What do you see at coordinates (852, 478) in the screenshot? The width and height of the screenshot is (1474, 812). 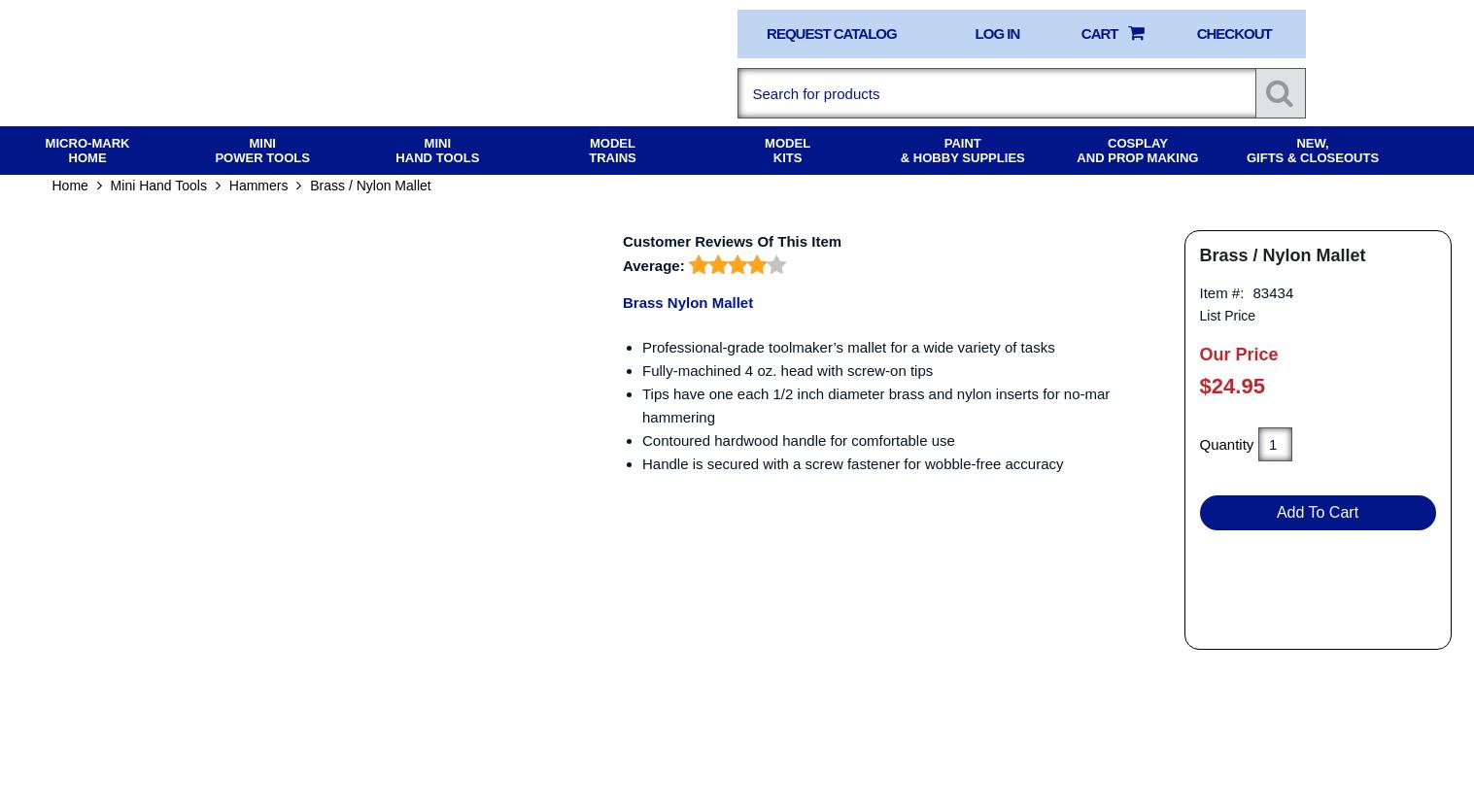 I see `'Handle is secured with a screw fastener for wobble-free accuracy'` at bounding box center [852, 478].